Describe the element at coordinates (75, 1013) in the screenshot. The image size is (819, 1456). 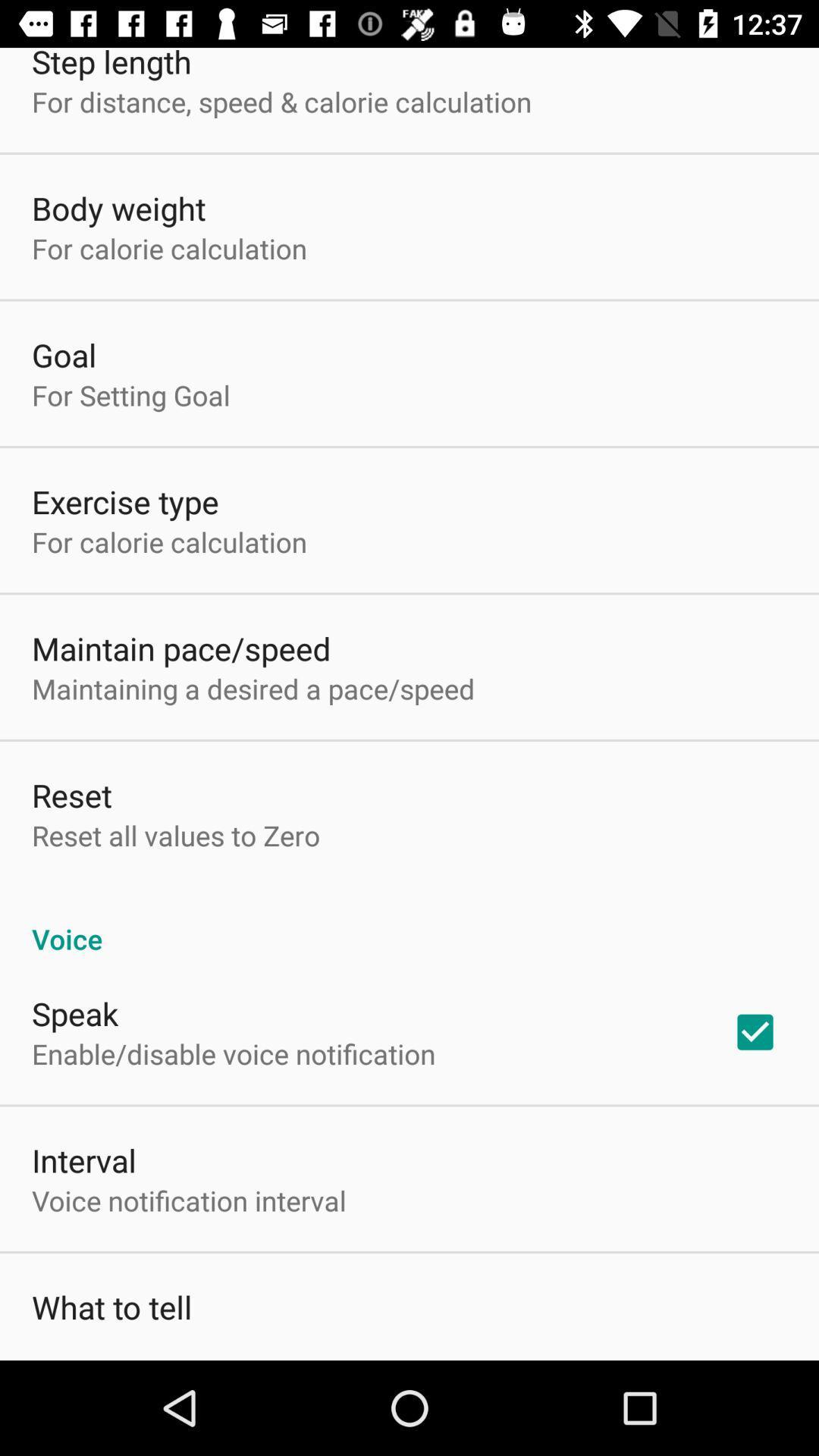
I see `speak icon` at that location.